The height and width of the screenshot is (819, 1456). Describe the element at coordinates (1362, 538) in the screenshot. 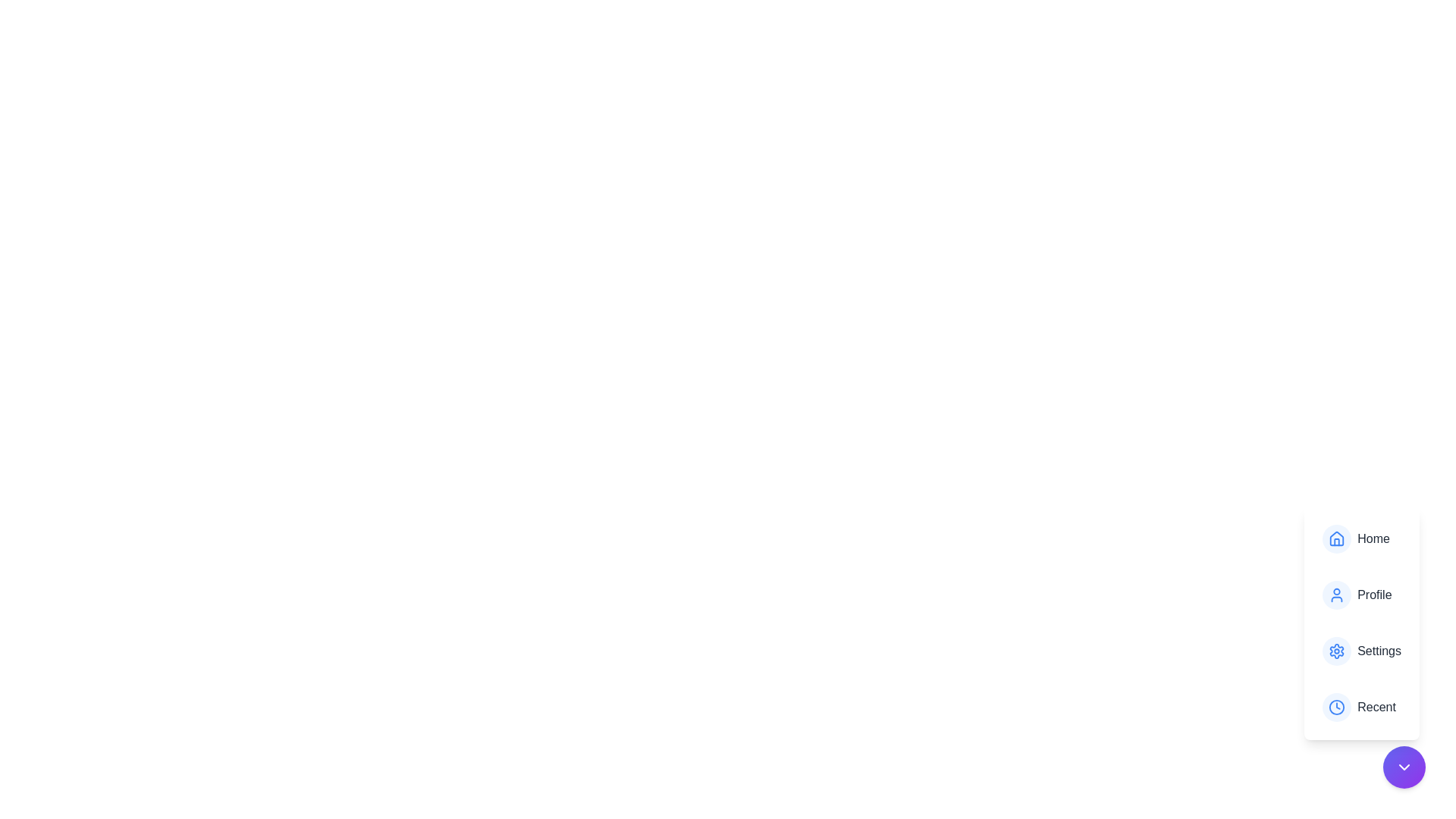

I see `the menu item Home to trigger its action` at that location.